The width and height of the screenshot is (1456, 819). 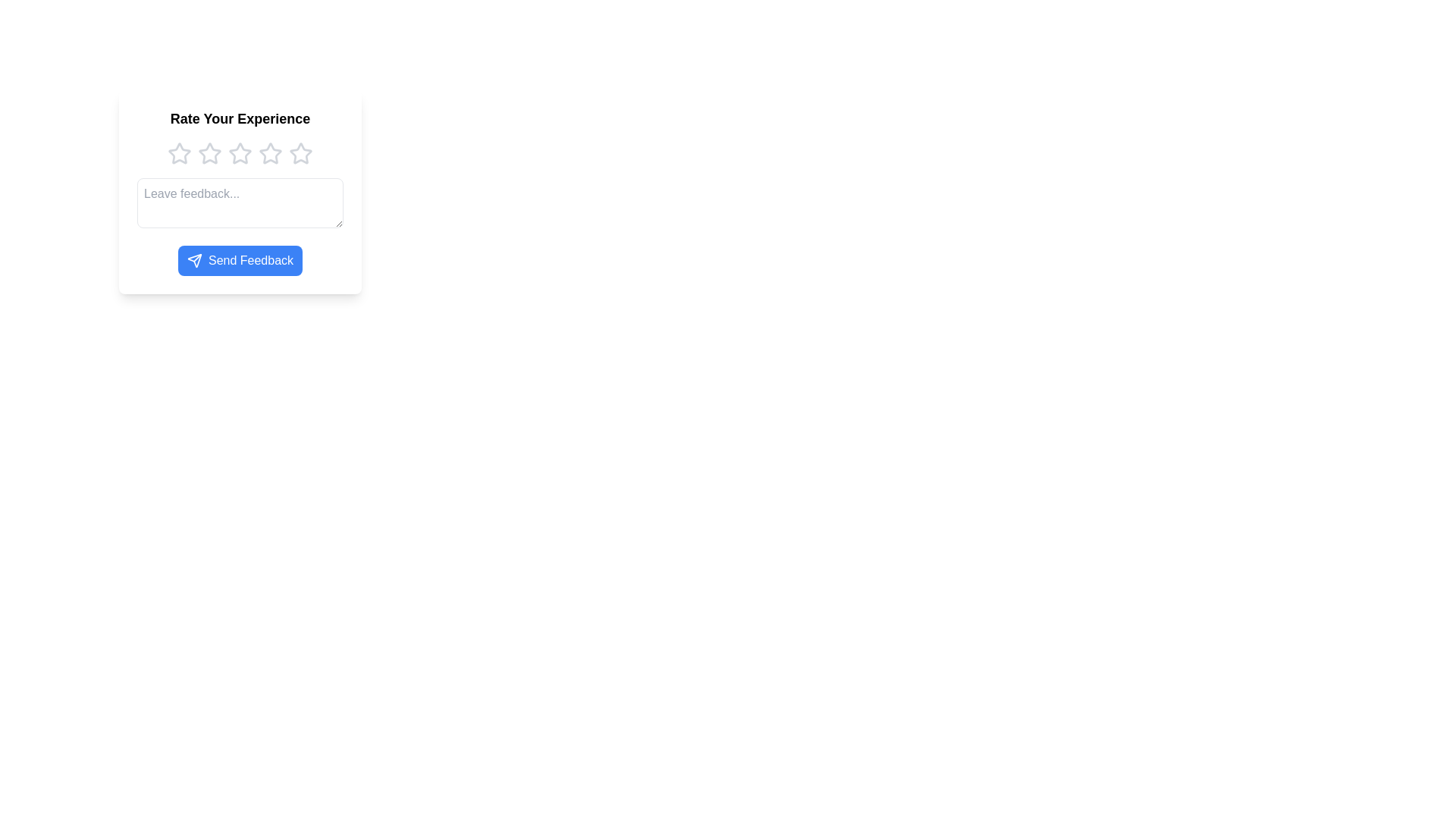 What do you see at coordinates (209, 154) in the screenshot?
I see `the second star in the horizontal sequence of rating stars, located in the upper center of the feedback card below the 'Rate Your Experience' text` at bounding box center [209, 154].